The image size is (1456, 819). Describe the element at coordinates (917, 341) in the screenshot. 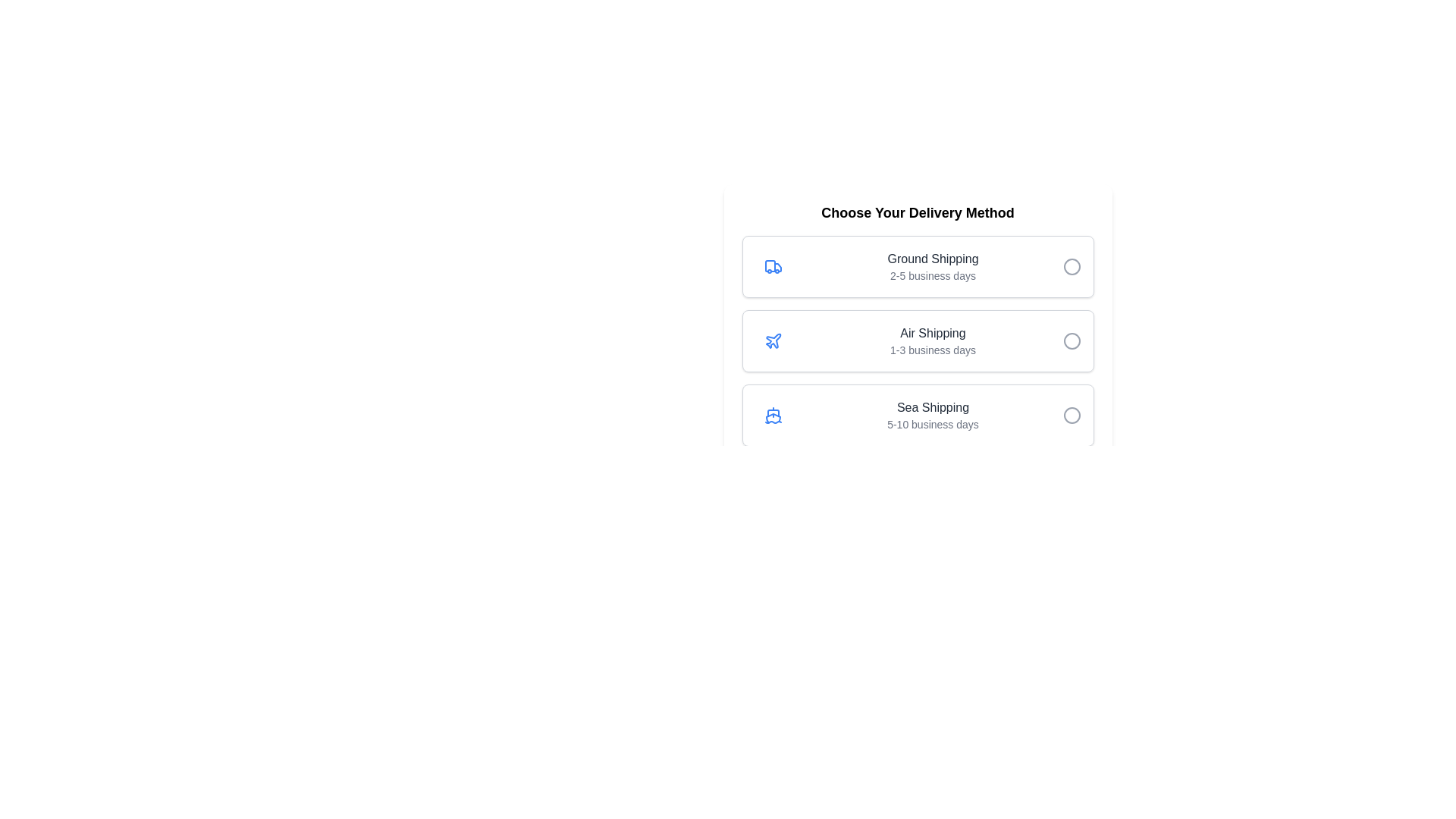

I see `the 'Air Shipping' selectable option in the delivery method list` at that location.